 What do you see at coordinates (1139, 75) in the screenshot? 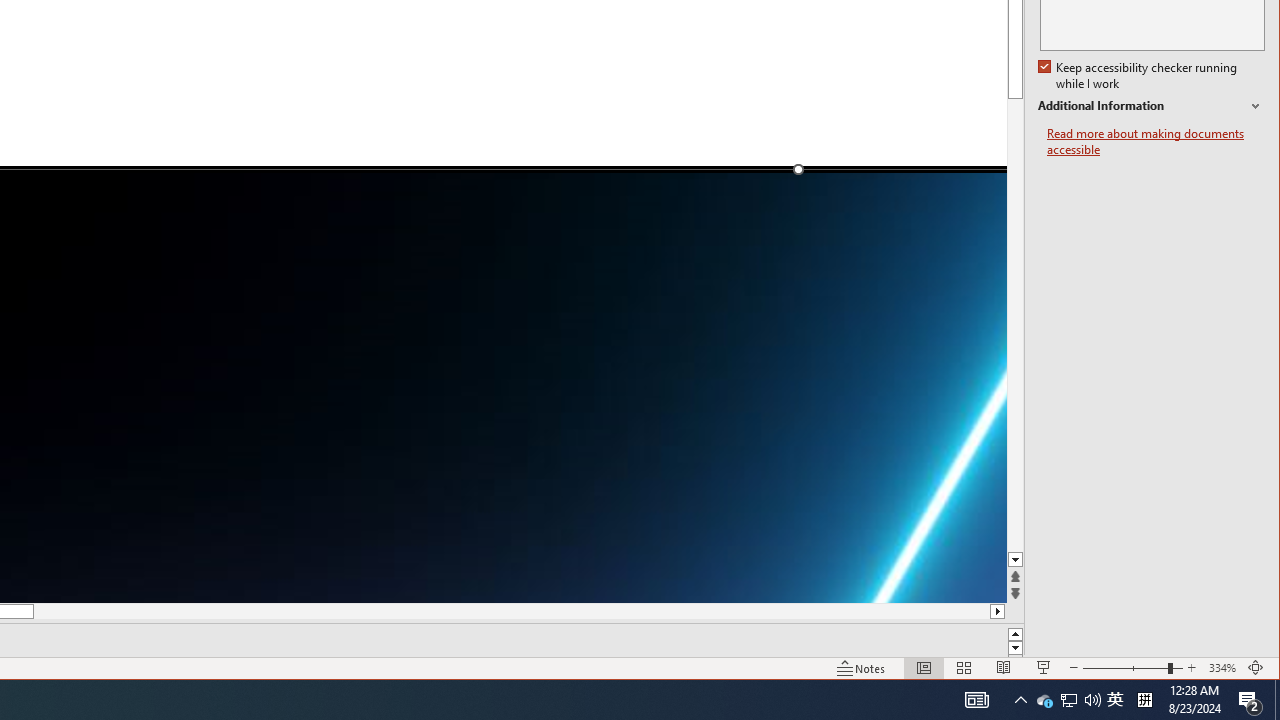
I see `'Keep accessibility checker running while I work'` at bounding box center [1139, 75].